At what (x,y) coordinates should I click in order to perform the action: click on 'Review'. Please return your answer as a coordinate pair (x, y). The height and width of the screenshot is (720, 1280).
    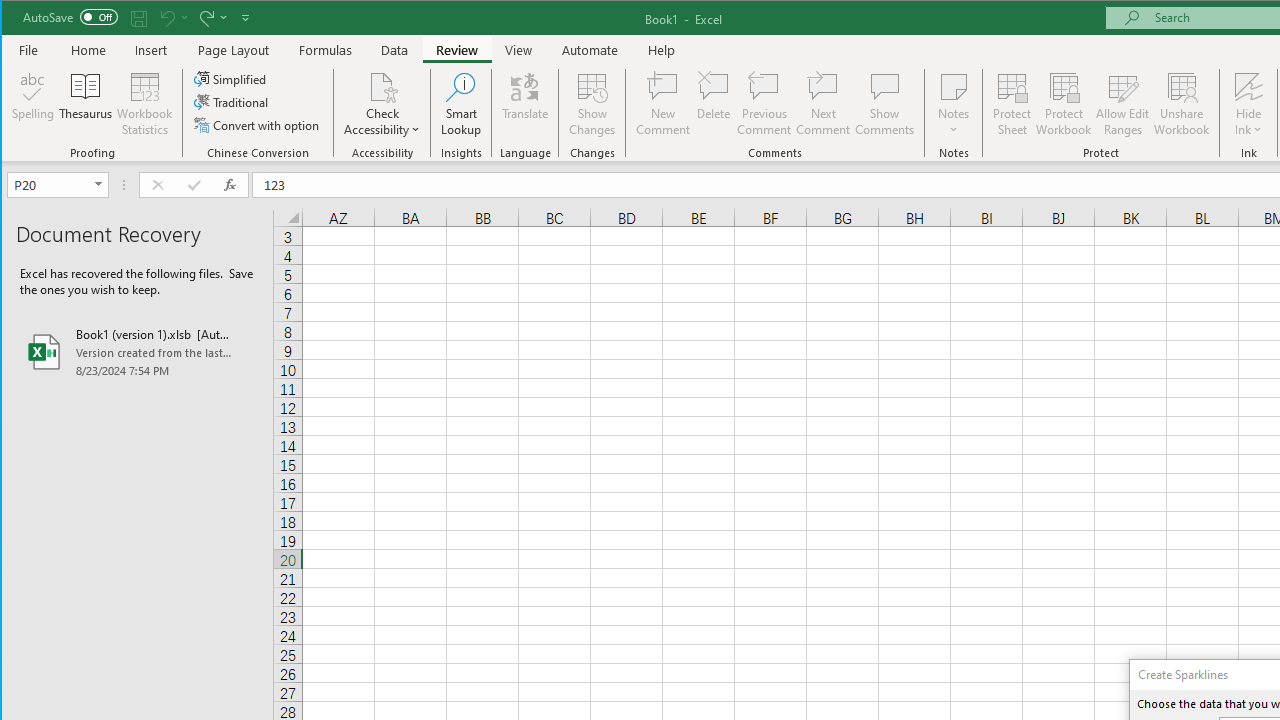
    Looking at the image, I should click on (455, 49).